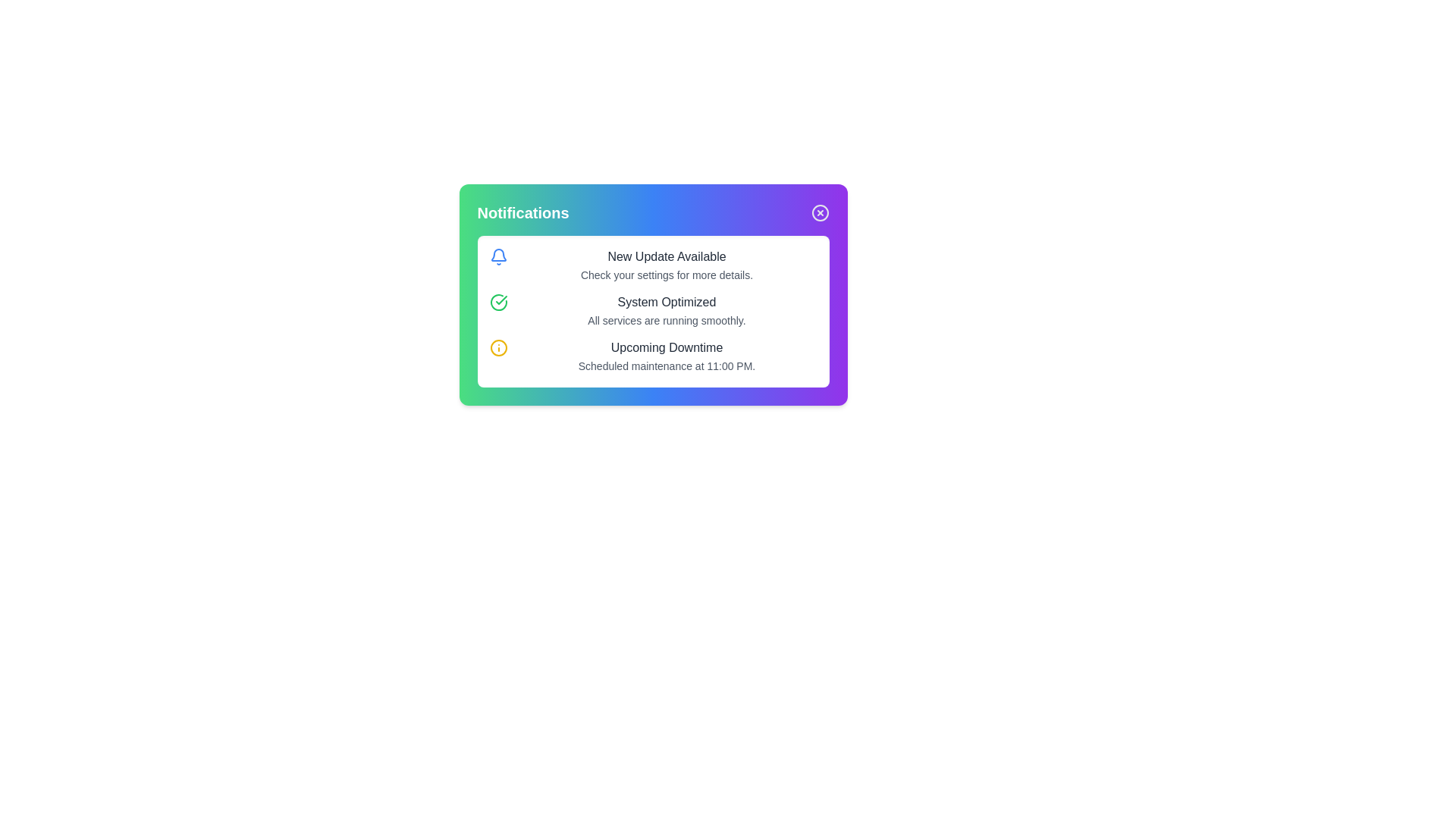 Image resolution: width=1456 pixels, height=819 pixels. Describe the element at coordinates (667, 256) in the screenshot. I see `text of the notification's title located in the upper section of the notification card, which is the first line of textual information` at that location.